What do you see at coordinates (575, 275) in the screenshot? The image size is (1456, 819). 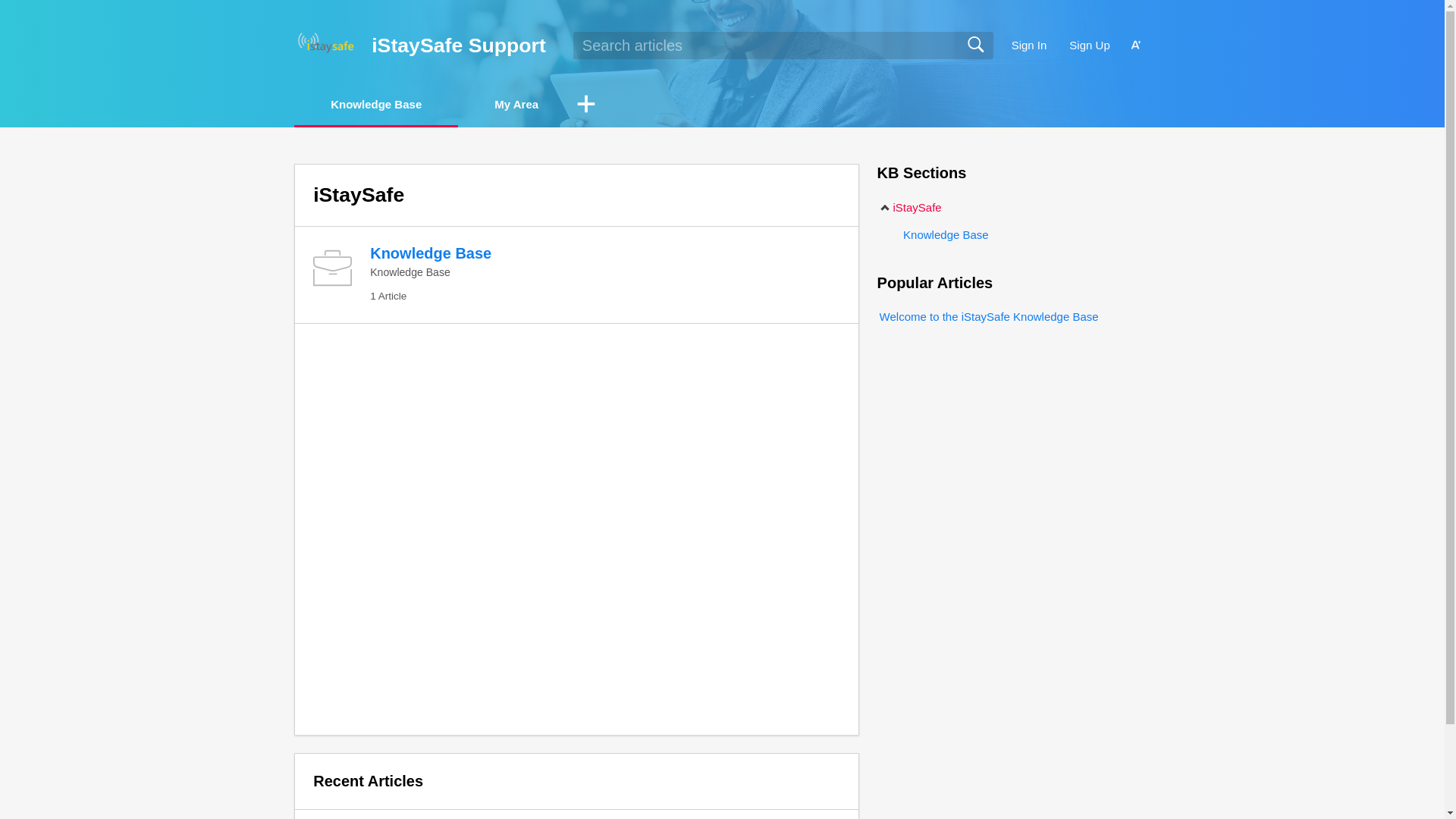 I see `'Knowledge Base` at bounding box center [575, 275].